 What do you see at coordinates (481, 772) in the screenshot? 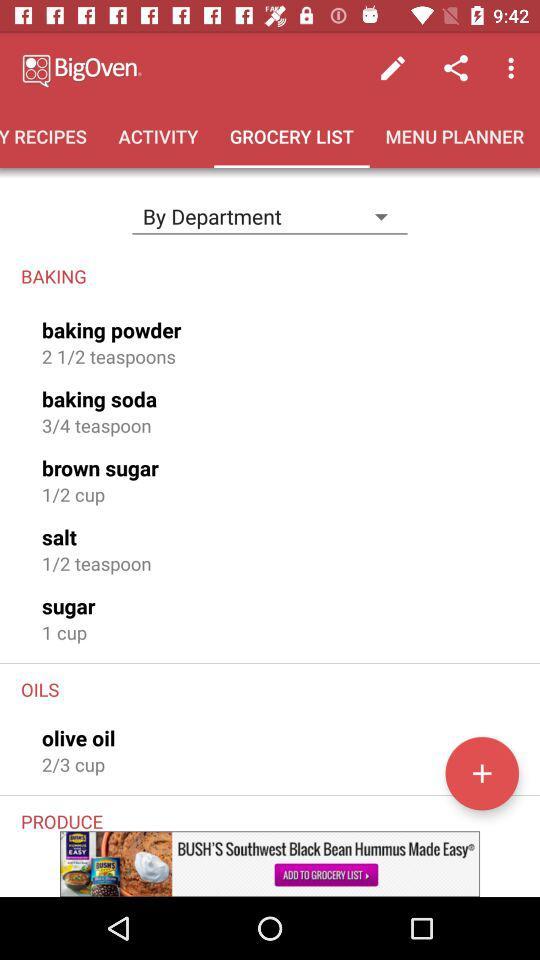
I see `the add icon` at bounding box center [481, 772].